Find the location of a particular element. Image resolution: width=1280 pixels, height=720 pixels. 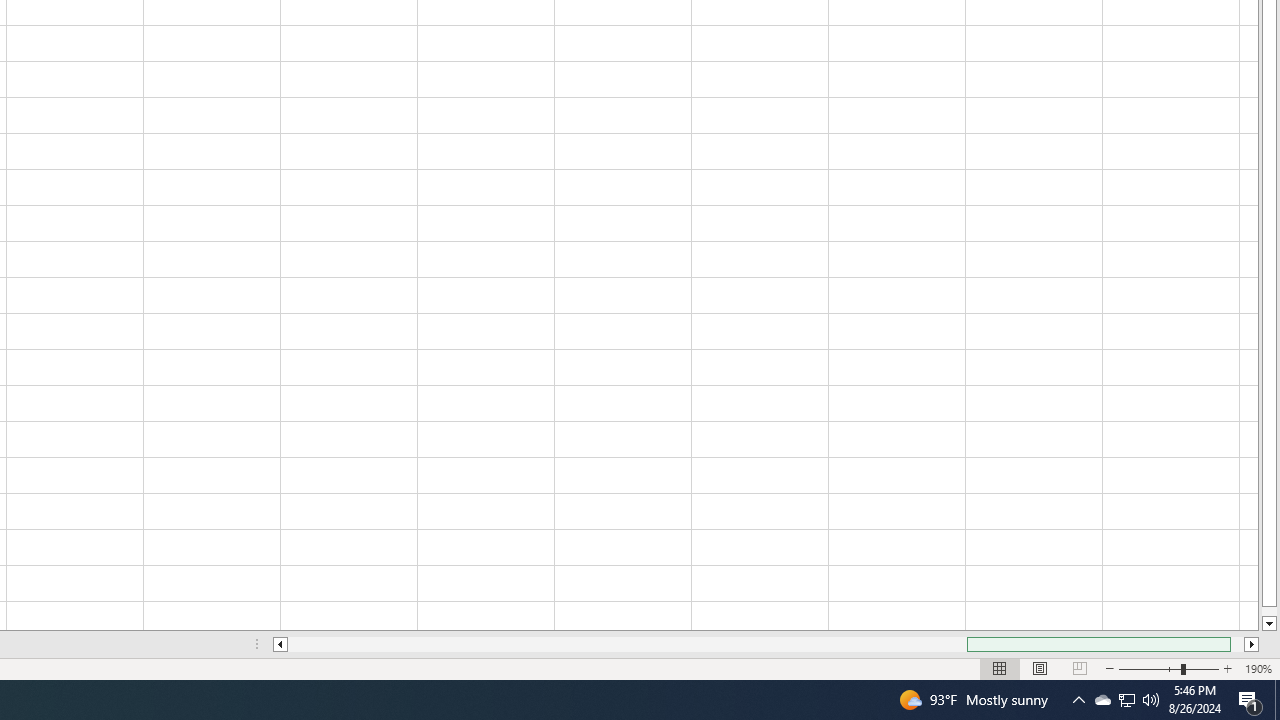

'Normal' is located at coordinates (1000, 669).